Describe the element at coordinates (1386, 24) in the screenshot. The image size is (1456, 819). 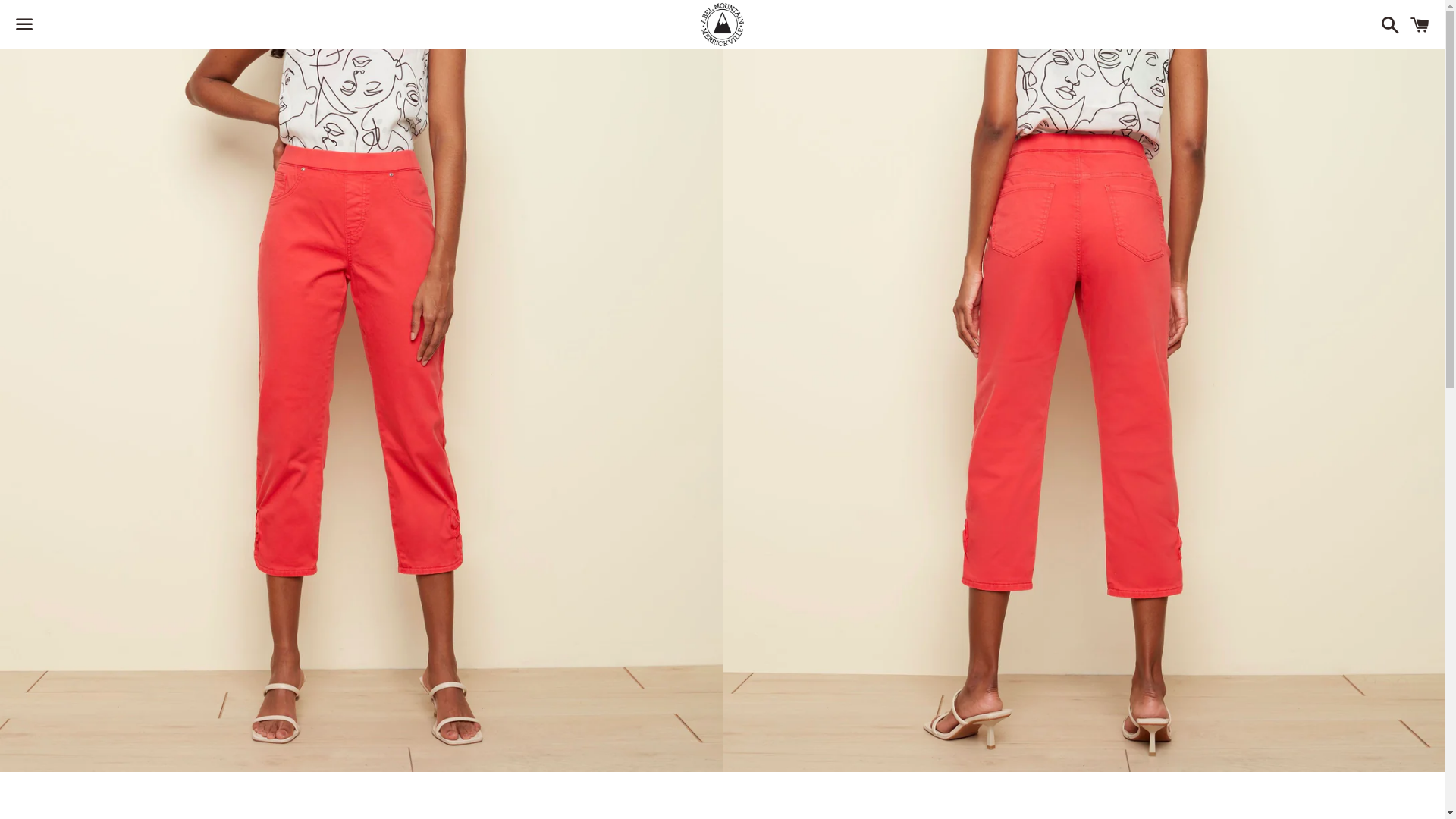
I see `'Search'` at that location.